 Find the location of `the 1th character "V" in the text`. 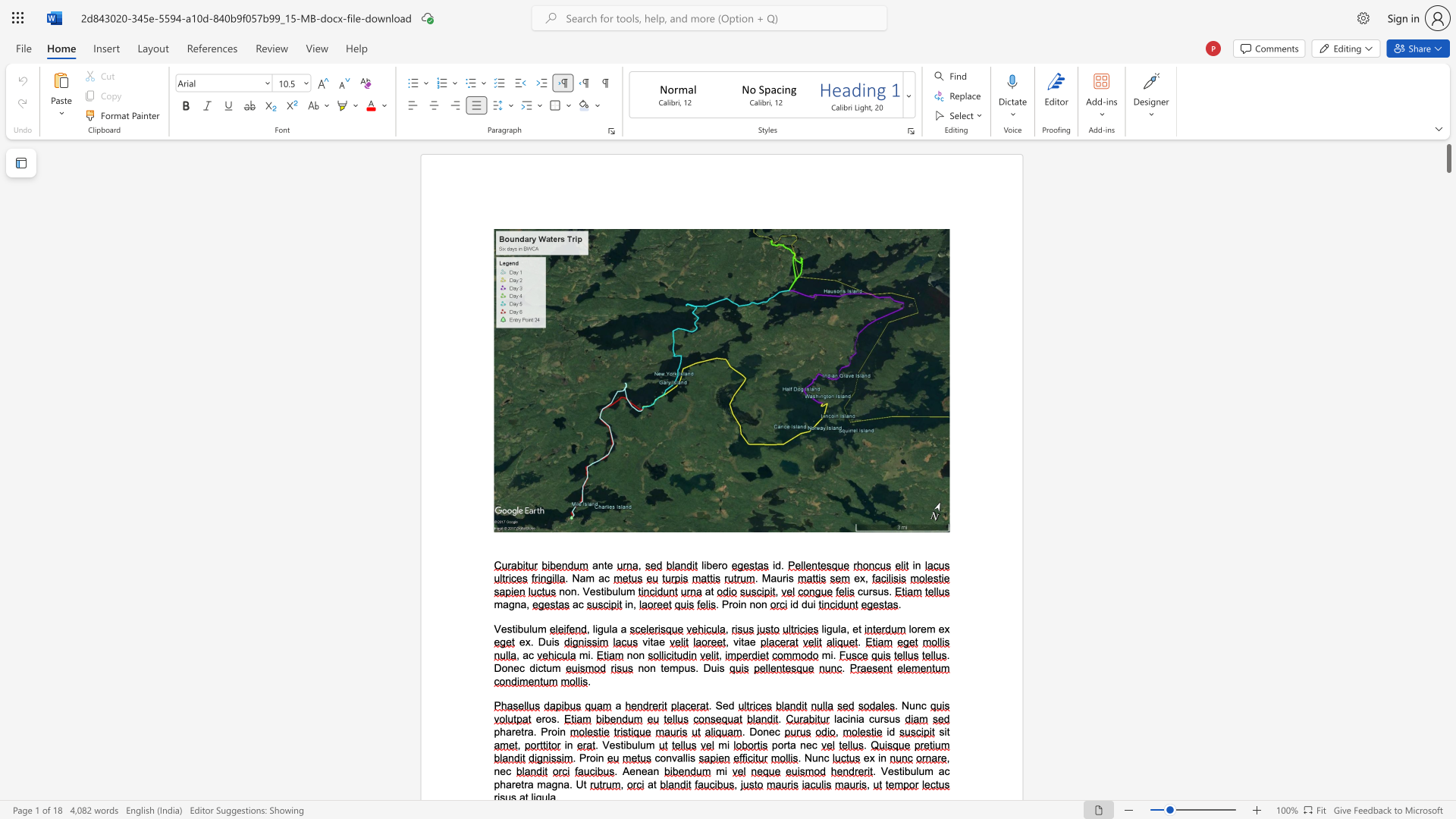

the 1th character "V" in the text is located at coordinates (497, 629).